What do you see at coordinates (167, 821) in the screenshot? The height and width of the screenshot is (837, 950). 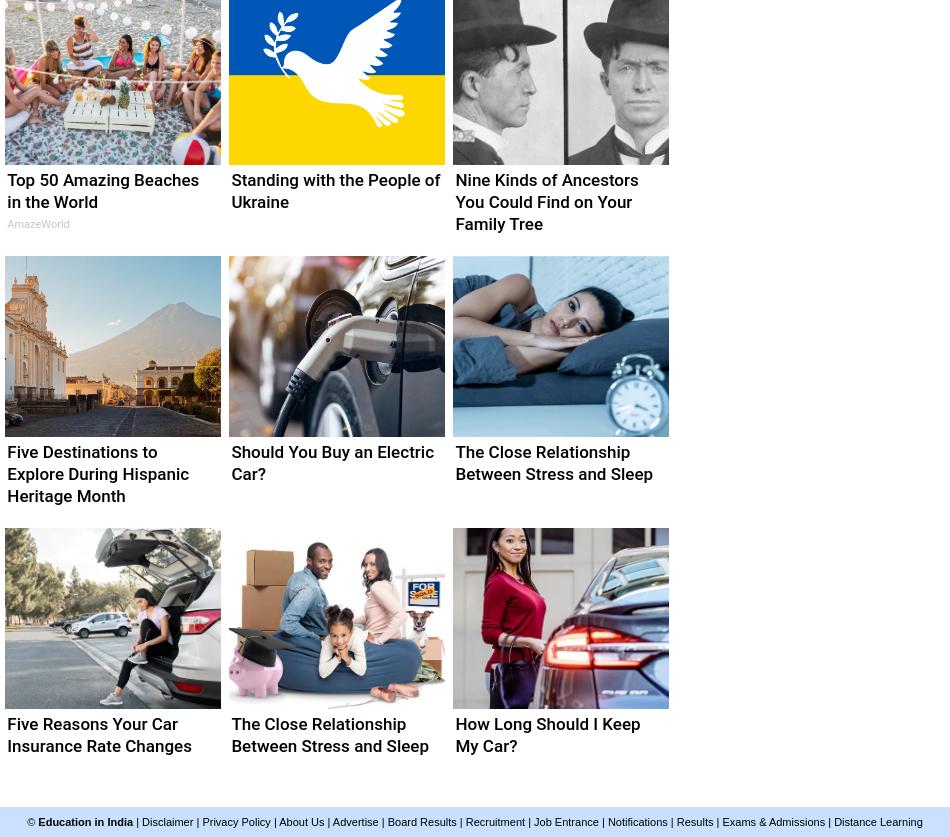 I see `'Disclaimer'` at bounding box center [167, 821].